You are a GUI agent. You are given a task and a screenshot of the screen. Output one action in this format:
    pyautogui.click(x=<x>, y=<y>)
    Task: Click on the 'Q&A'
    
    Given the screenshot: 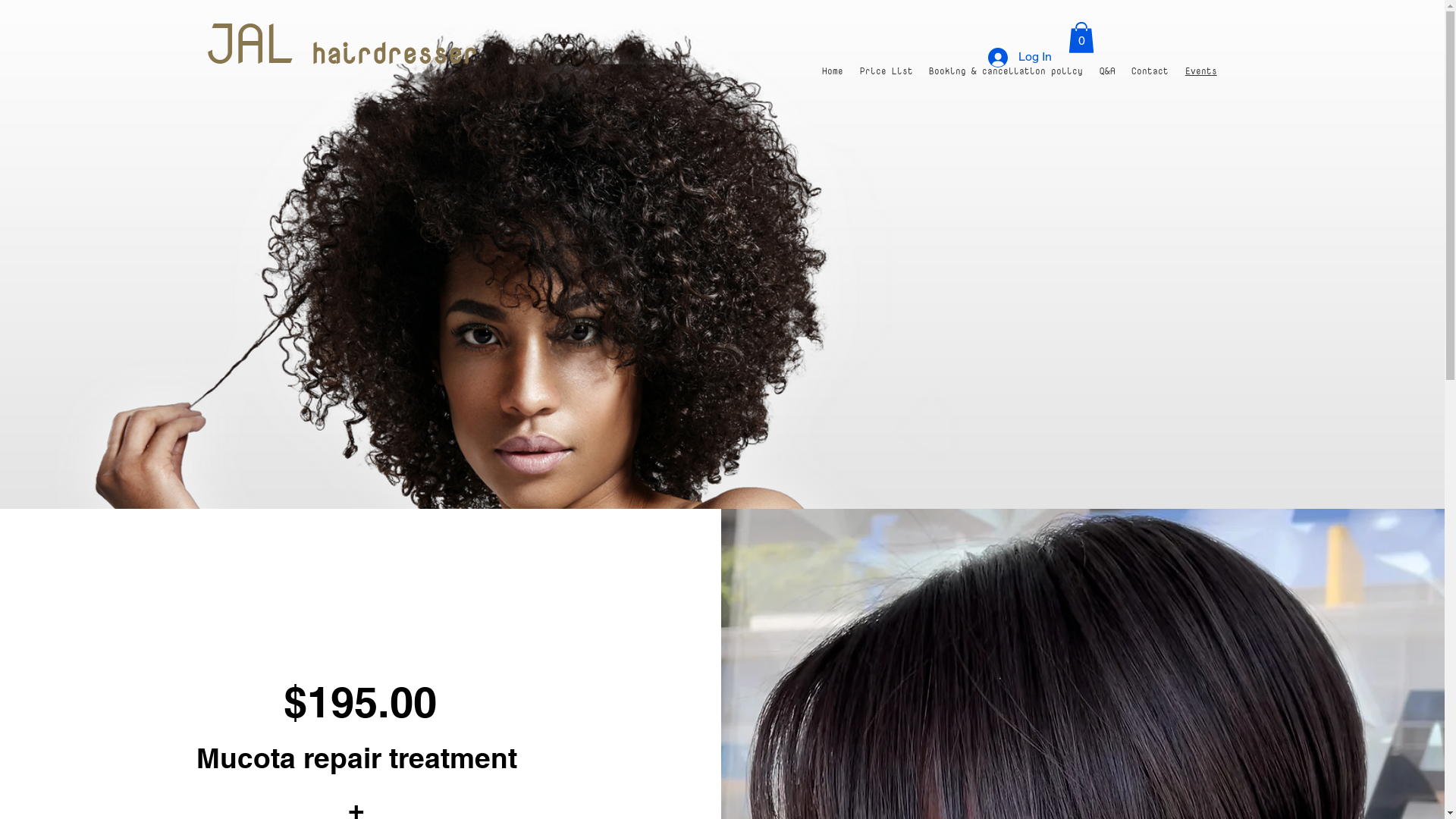 What is the action you would take?
    pyautogui.click(x=1107, y=71)
    